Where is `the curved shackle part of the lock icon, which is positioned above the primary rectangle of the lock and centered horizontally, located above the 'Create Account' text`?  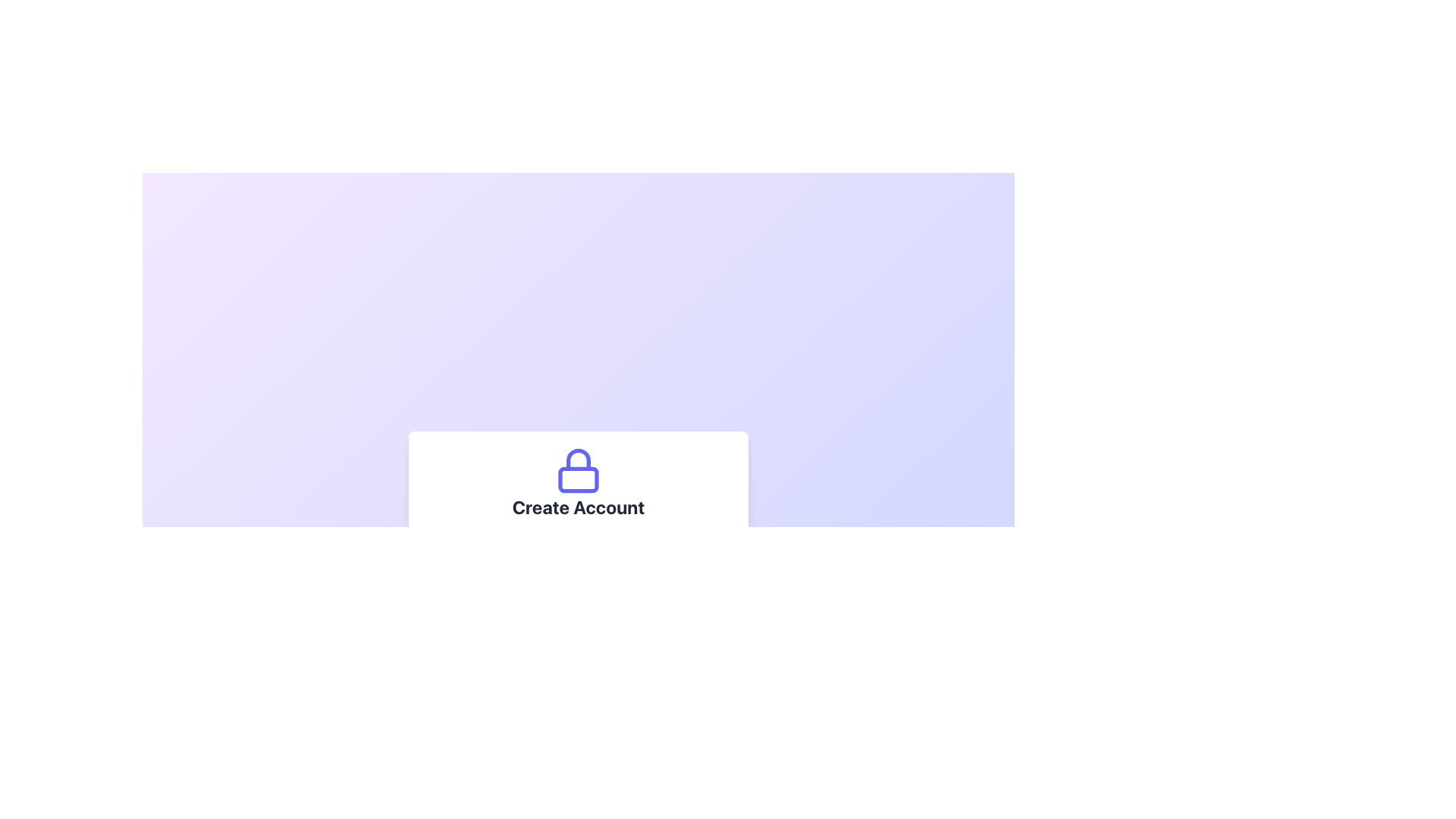 the curved shackle part of the lock icon, which is positioned above the primary rectangle of the lock and centered horizontally, located above the 'Create Account' text is located at coordinates (578, 458).